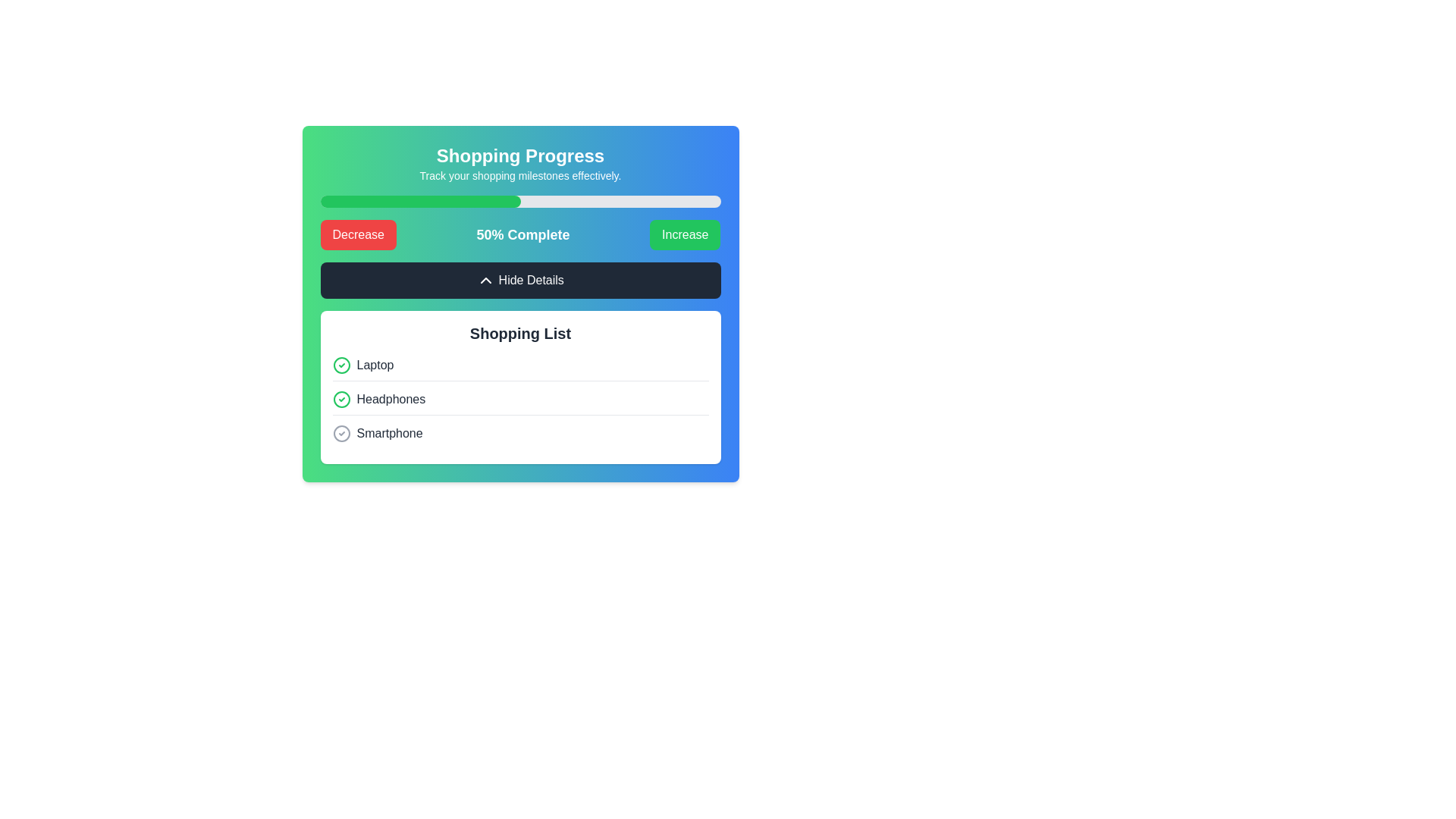 This screenshot has height=819, width=1456. I want to click on the button that toggles the visibility of details within the 'Shopping List' section, so click(520, 281).